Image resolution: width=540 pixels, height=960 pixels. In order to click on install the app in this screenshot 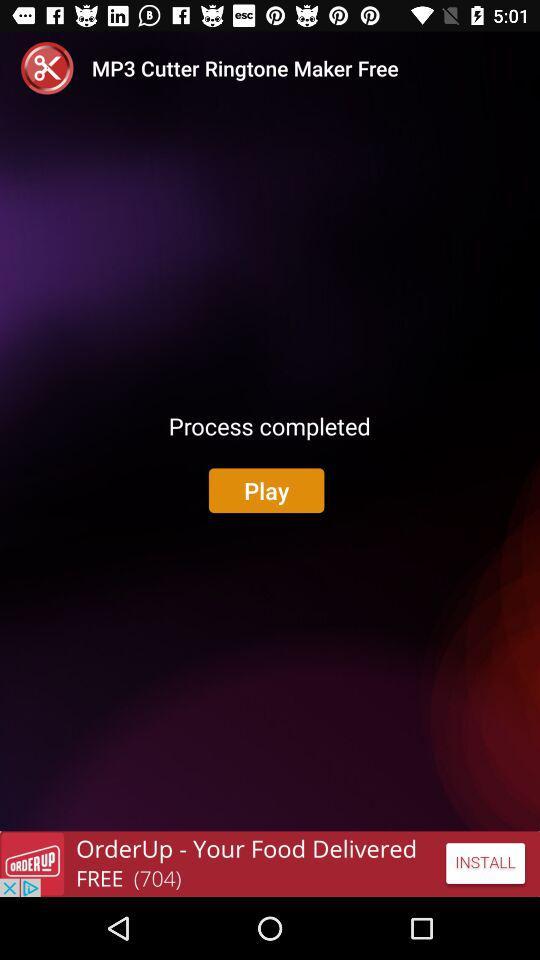, I will do `click(270, 863)`.